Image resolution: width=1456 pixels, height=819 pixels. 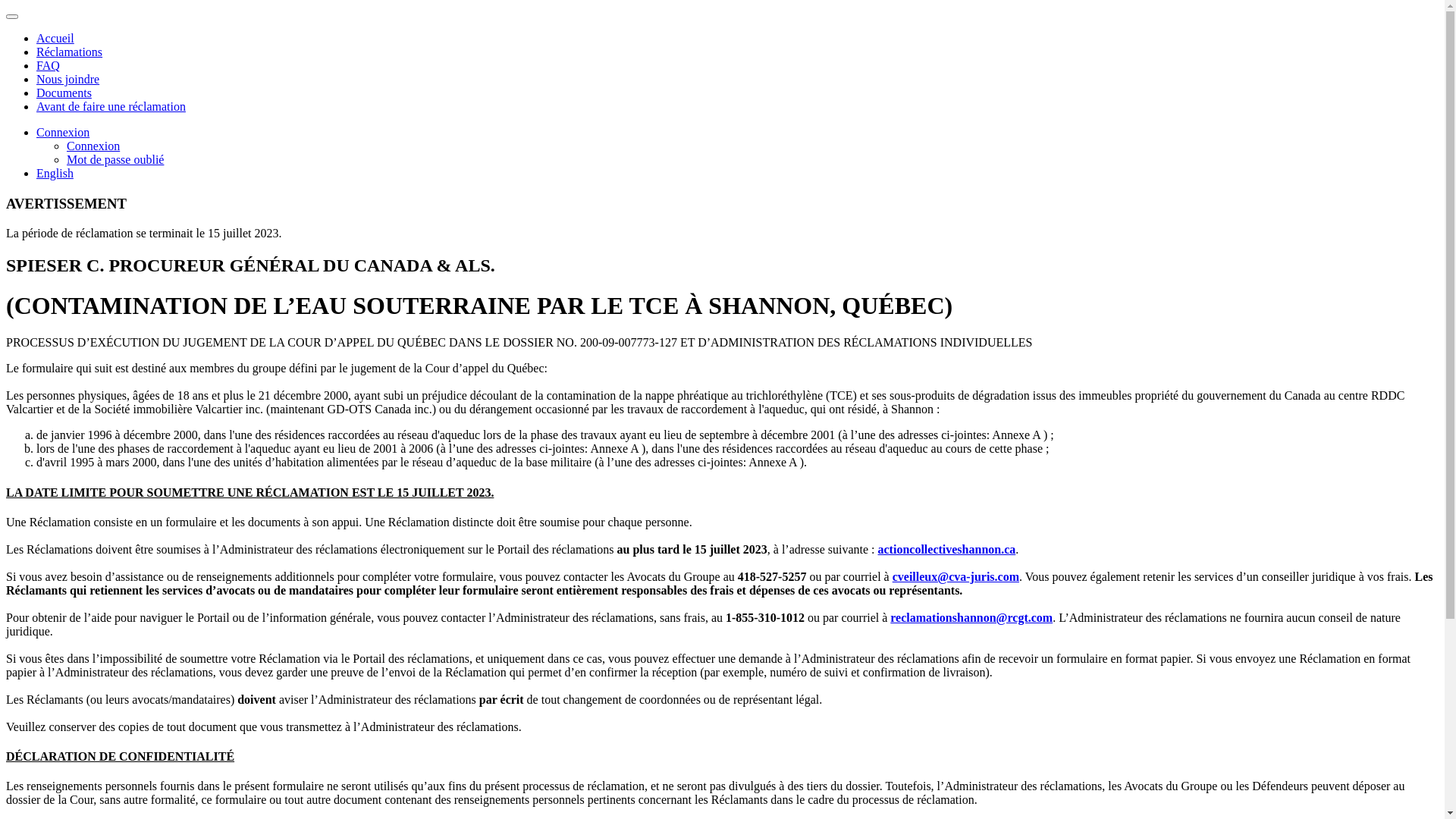 I want to click on 'reclamationshannon@rcgt.com', so click(x=971, y=617).